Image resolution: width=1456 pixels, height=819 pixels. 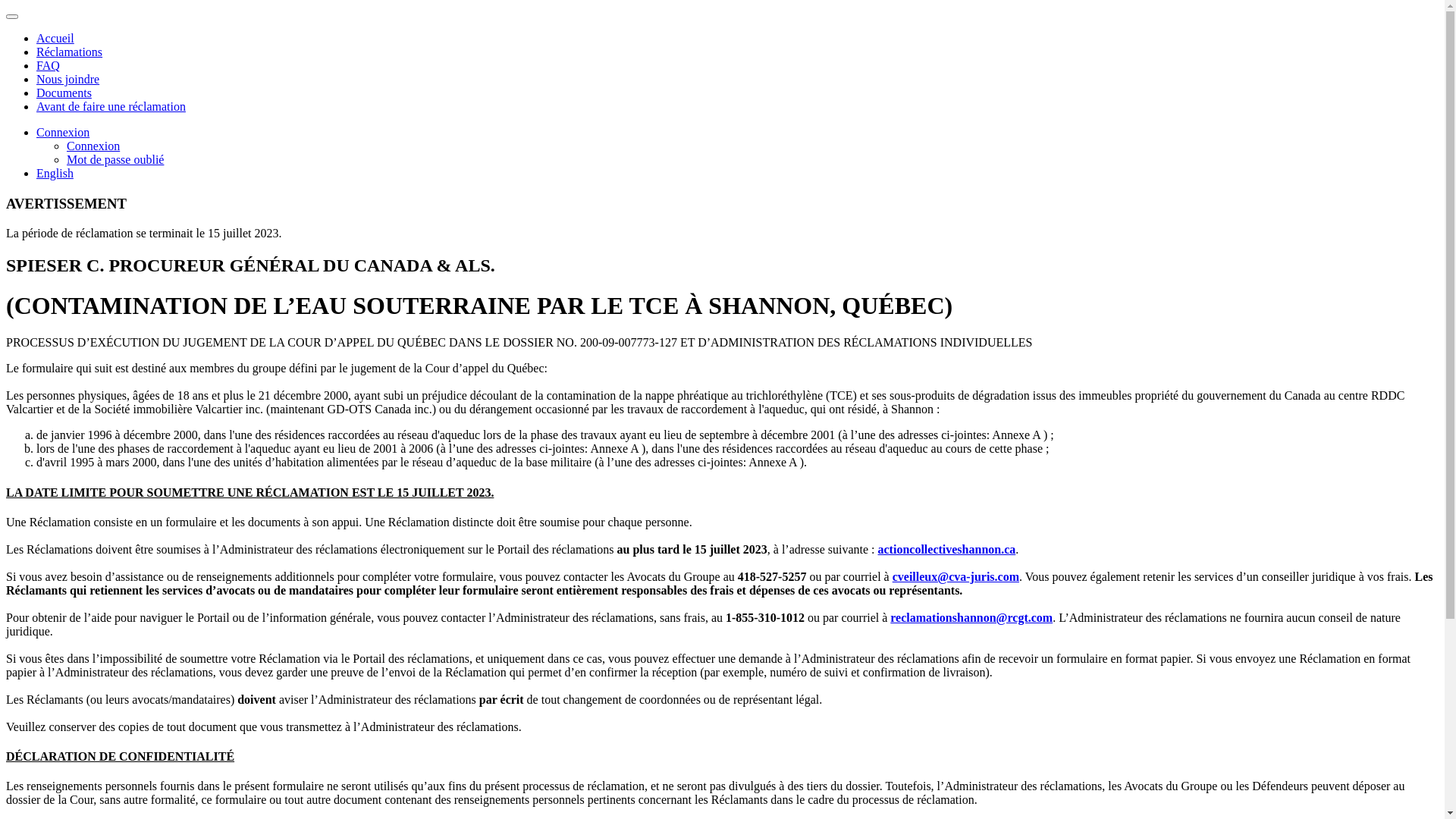 I want to click on 'reclamationshannon@rcgt.com', so click(x=971, y=617).